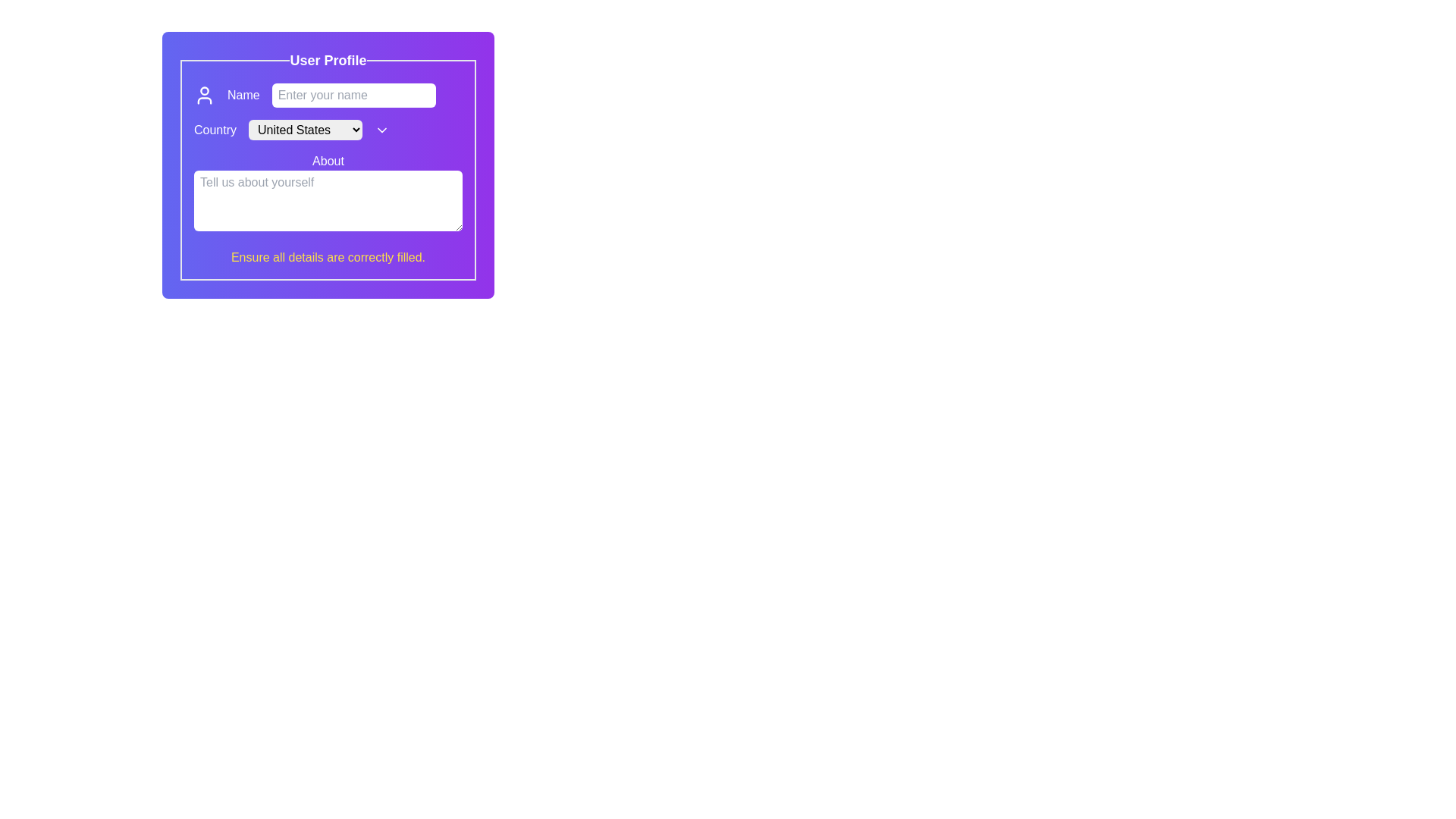 This screenshot has height=819, width=1456. Describe the element at coordinates (353, 96) in the screenshot. I see `the text input field for entering the user's name, which is positioned to the right of the 'Name' label` at that location.